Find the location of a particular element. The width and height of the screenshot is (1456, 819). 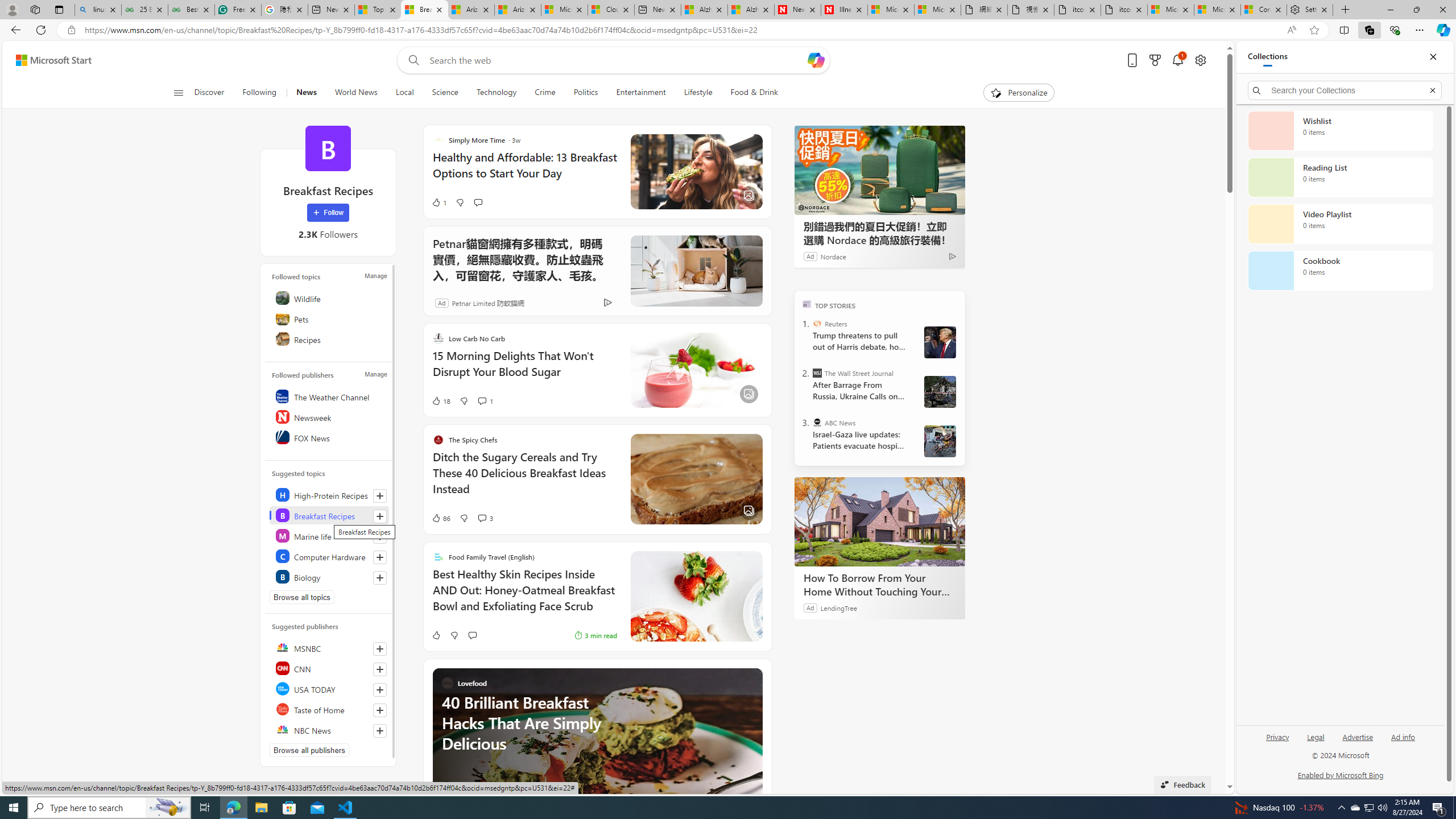

'25 Basic Linux Commands For Beginners - GeeksforGeeks' is located at coordinates (144, 9).